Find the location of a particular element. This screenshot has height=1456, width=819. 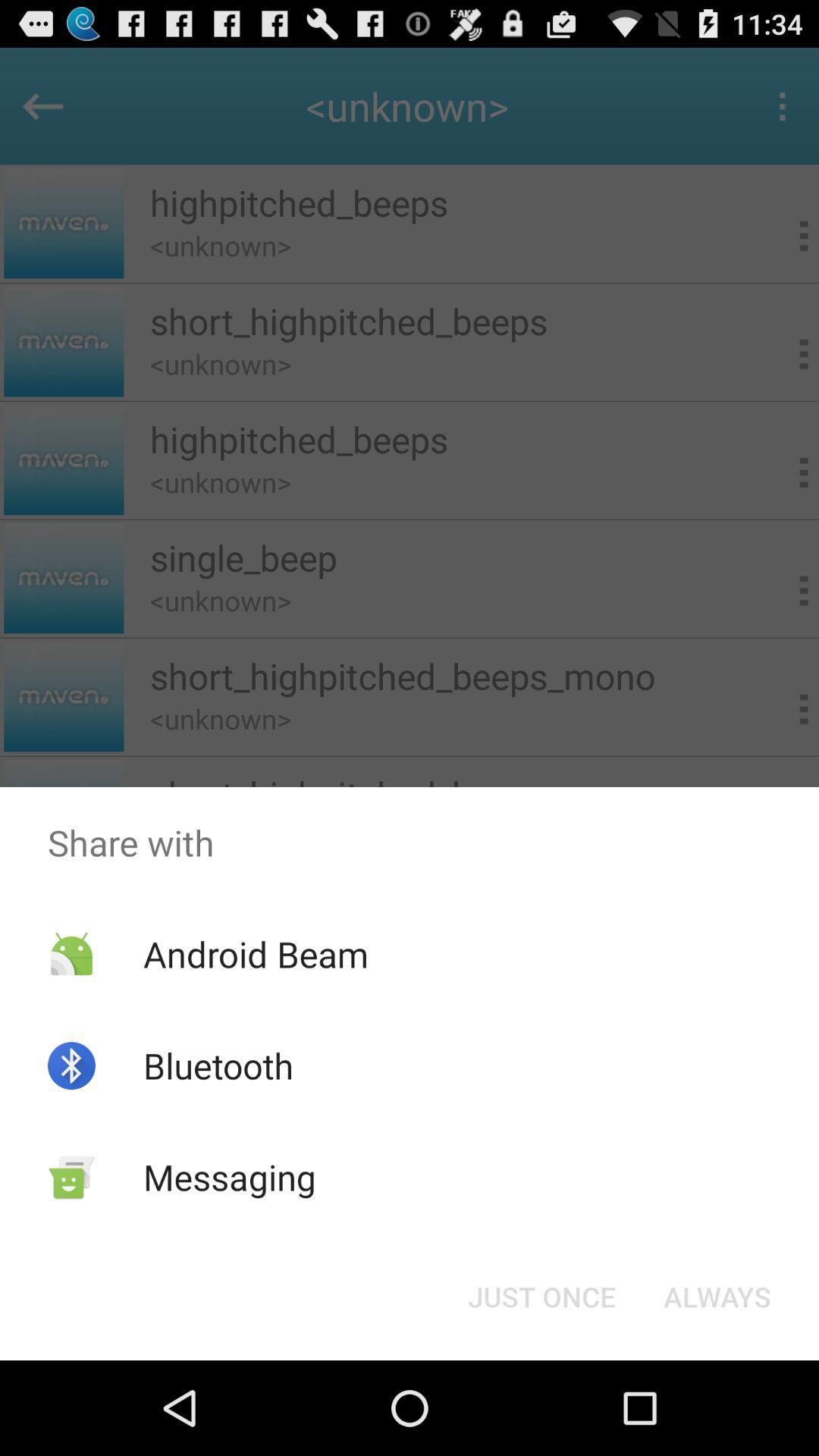

button next to the just once icon is located at coordinates (717, 1295).